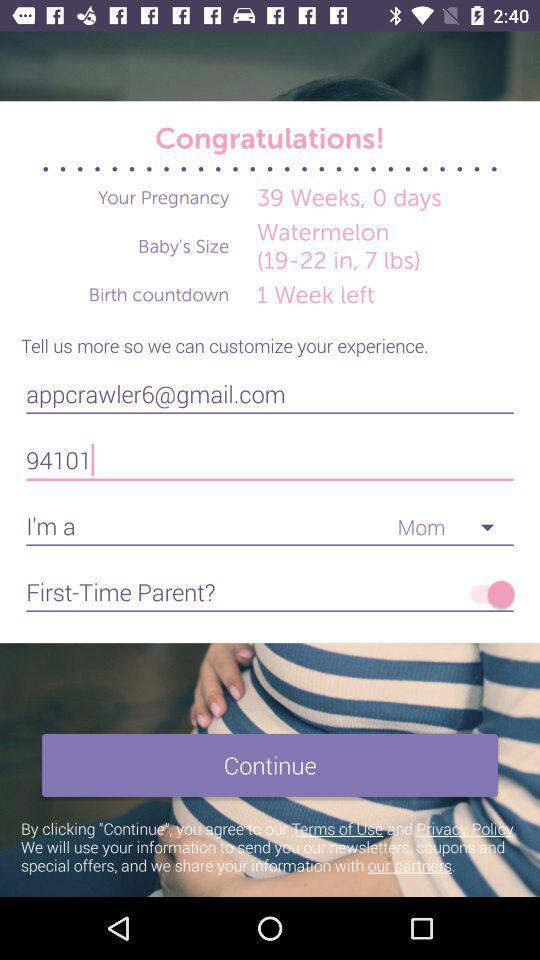 The image size is (540, 960). Describe the element at coordinates (270, 393) in the screenshot. I see `the appcrawler6@gmail.com` at that location.